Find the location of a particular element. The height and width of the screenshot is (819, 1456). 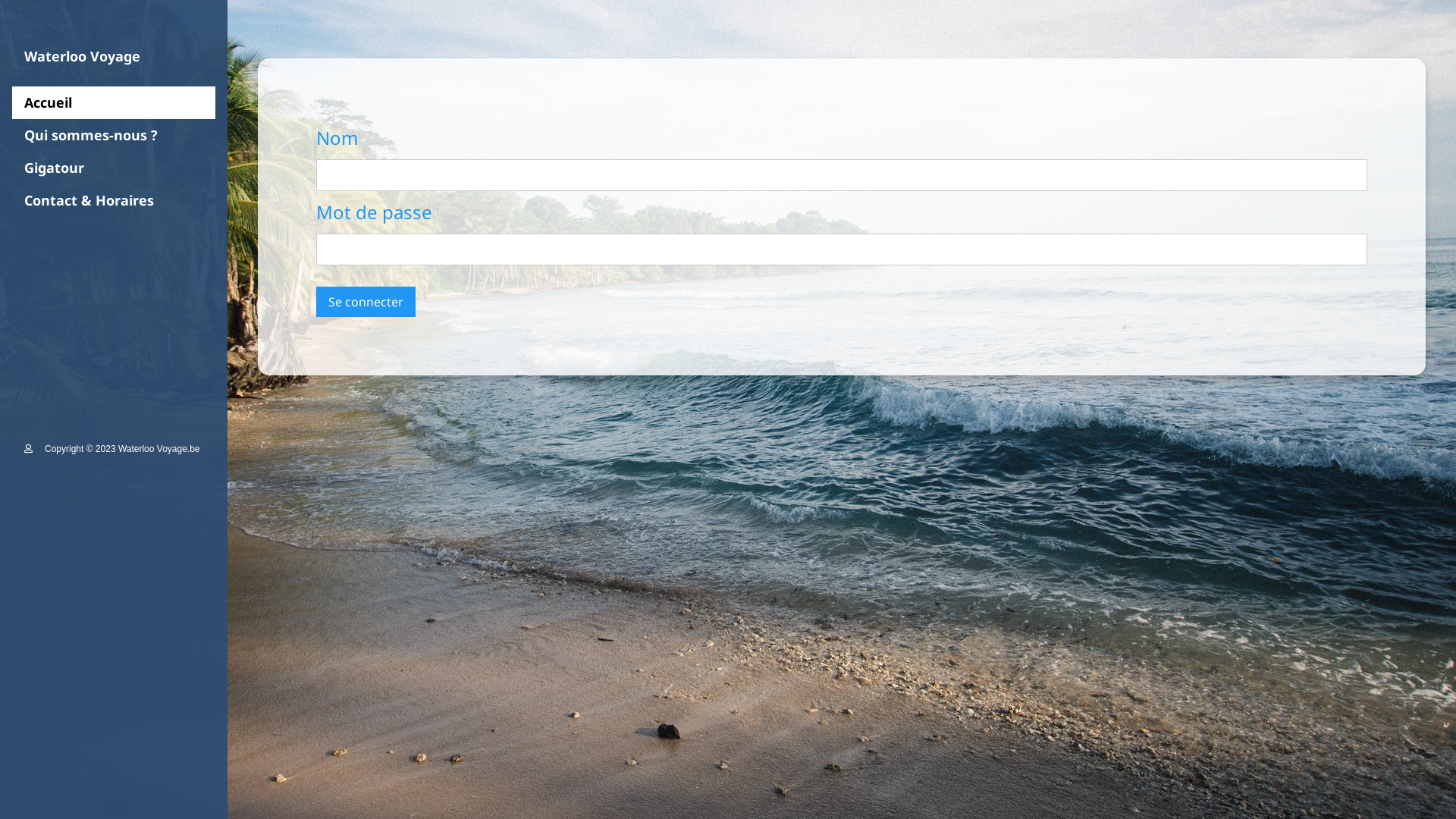

'Se connecter' is located at coordinates (315, 301).